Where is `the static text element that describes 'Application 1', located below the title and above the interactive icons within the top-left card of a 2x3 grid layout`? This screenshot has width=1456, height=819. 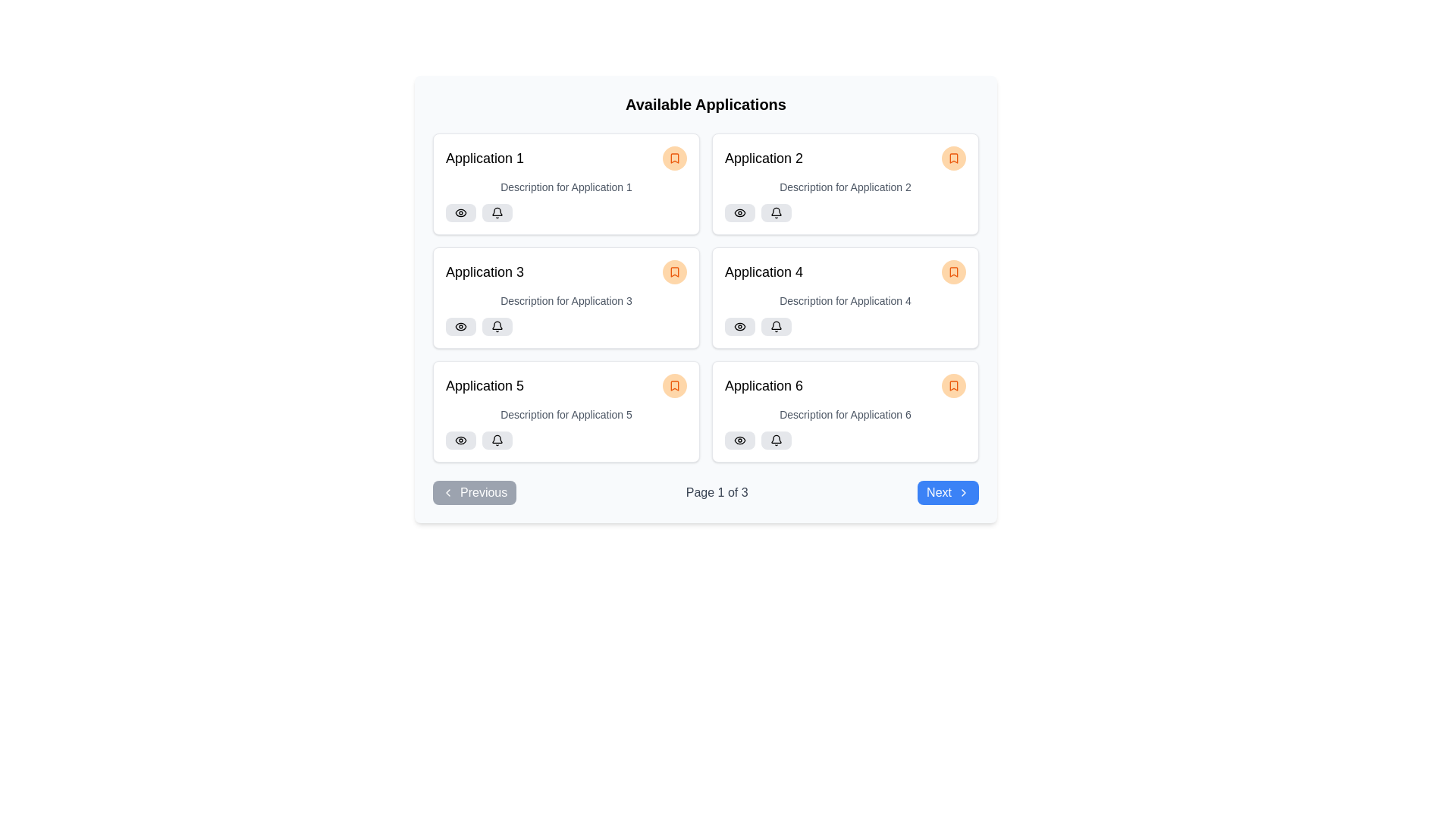
the static text element that describes 'Application 1', located below the title and above the interactive icons within the top-left card of a 2x3 grid layout is located at coordinates (566, 186).